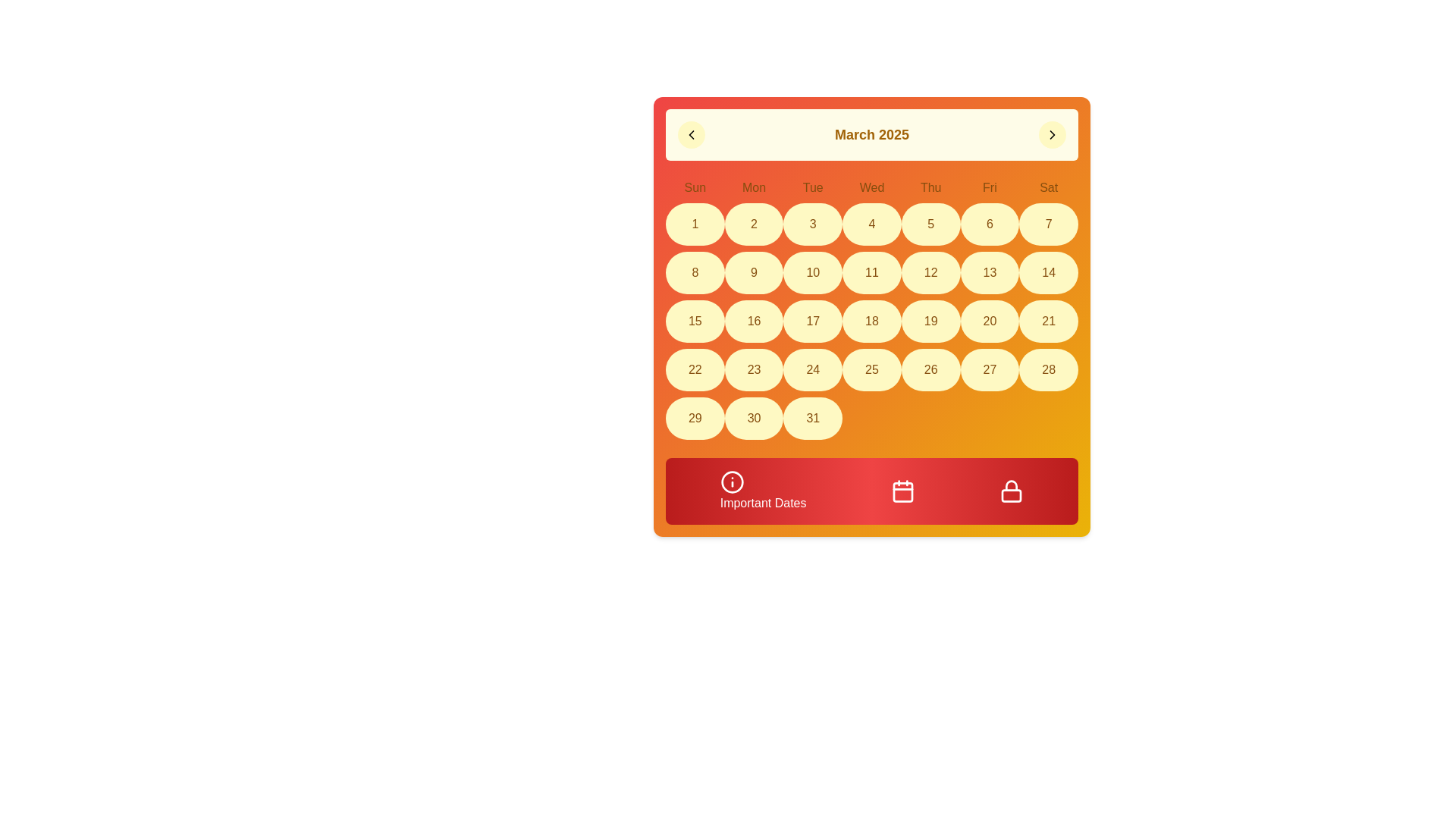 The image size is (1456, 819). Describe the element at coordinates (754, 224) in the screenshot. I see `the circular button with a yellow background and the digit '2' in brown font` at that location.